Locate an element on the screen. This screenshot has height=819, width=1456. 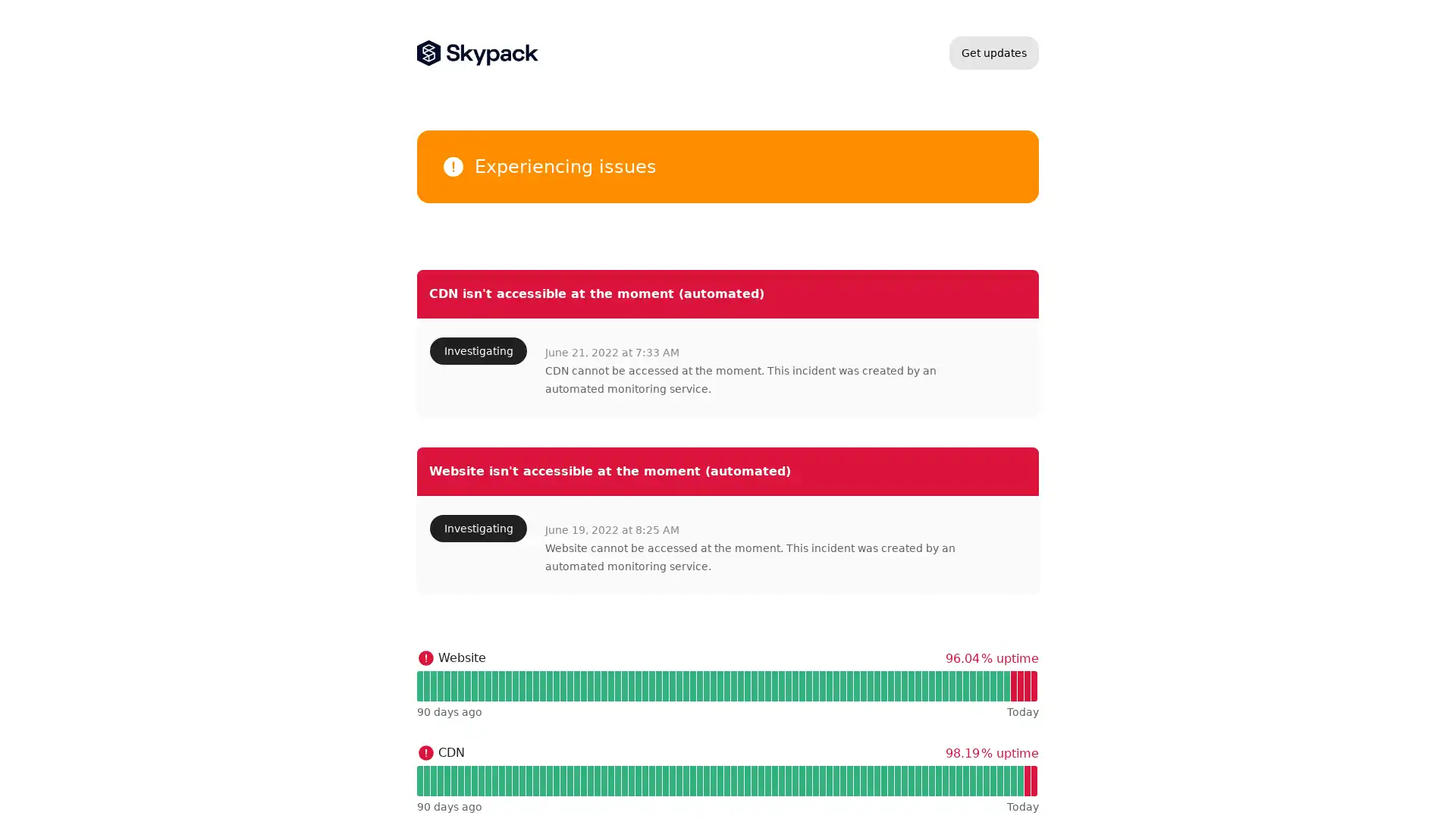
Get updates is located at coordinates (993, 52).